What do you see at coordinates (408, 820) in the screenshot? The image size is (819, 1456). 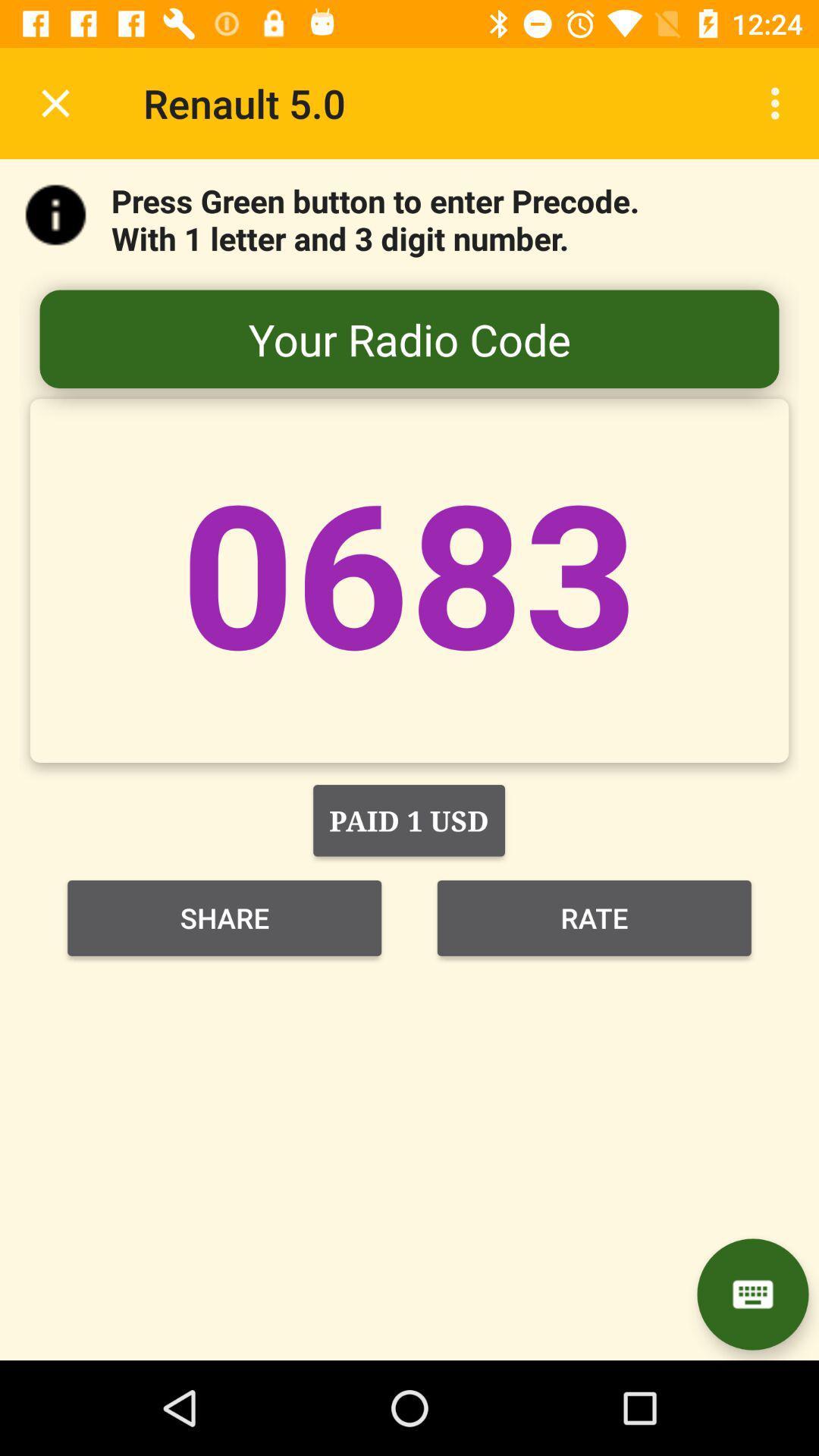 I see `paid 1 usd item` at bounding box center [408, 820].